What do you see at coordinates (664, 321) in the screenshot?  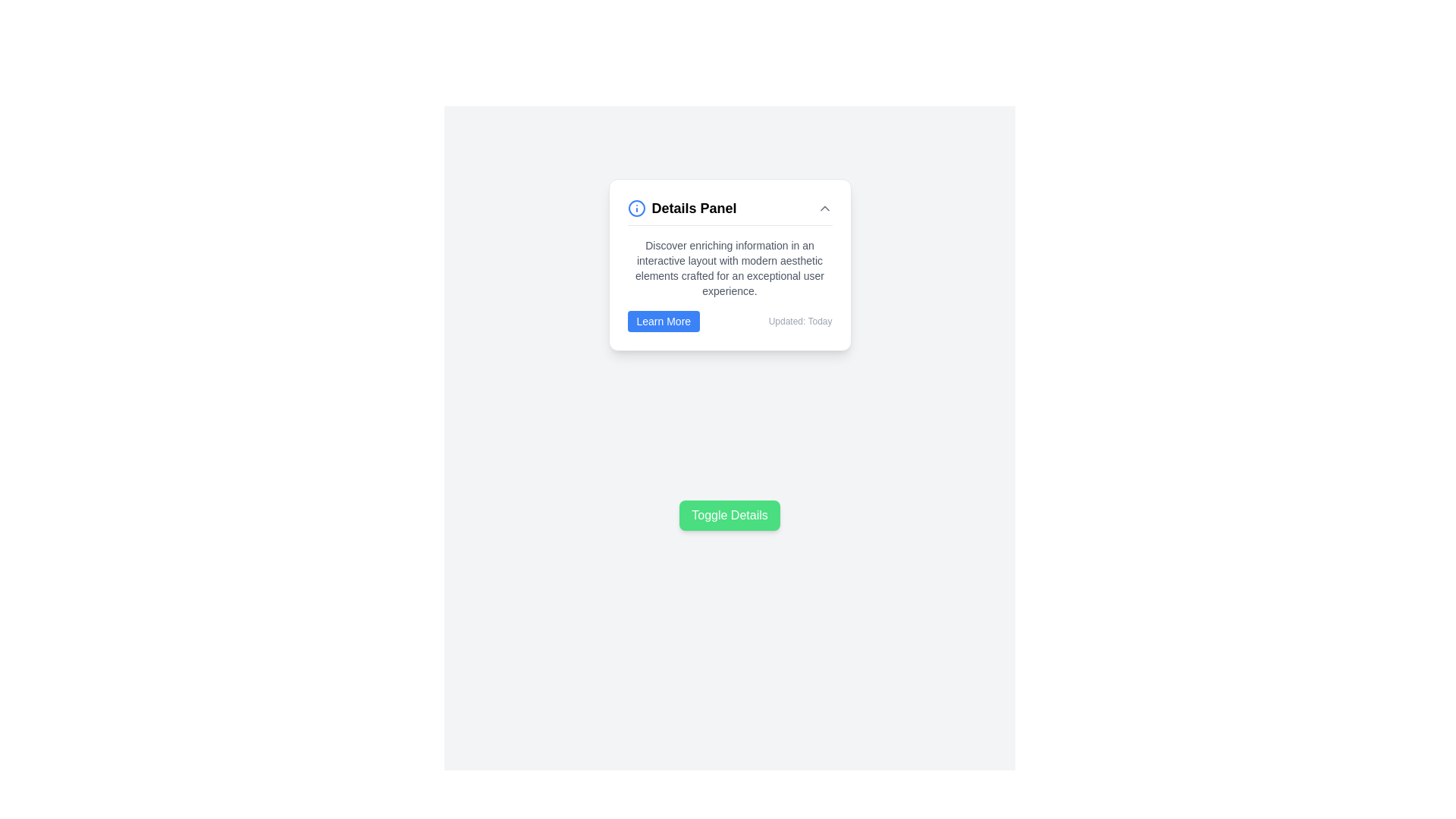 I see `the button located in the bottom-left corner of the 'Details Panel'` at bounding box center [664, 321].